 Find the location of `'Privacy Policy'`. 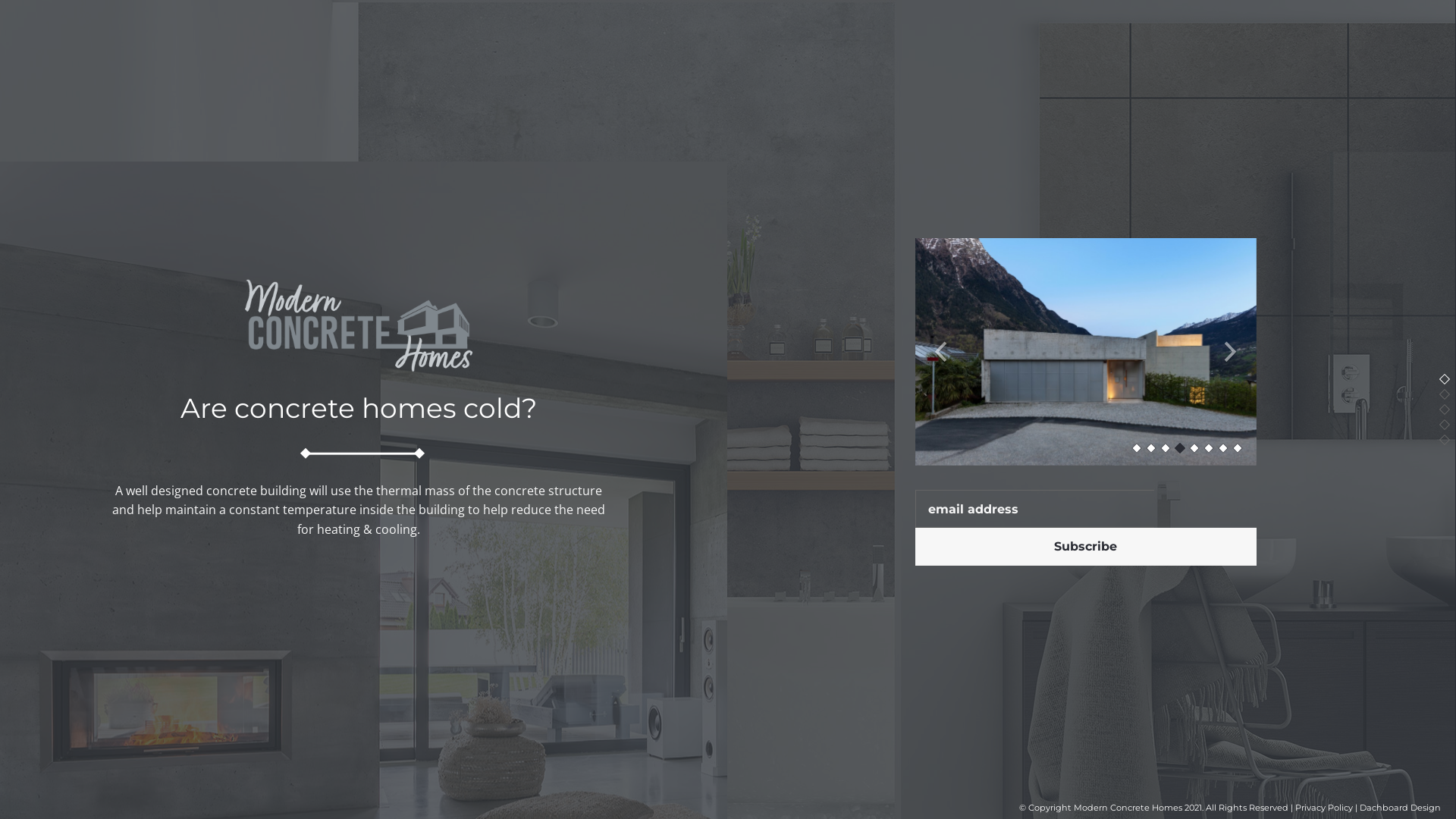

'Privacy Policy' is located at coordinates (1323, 806).